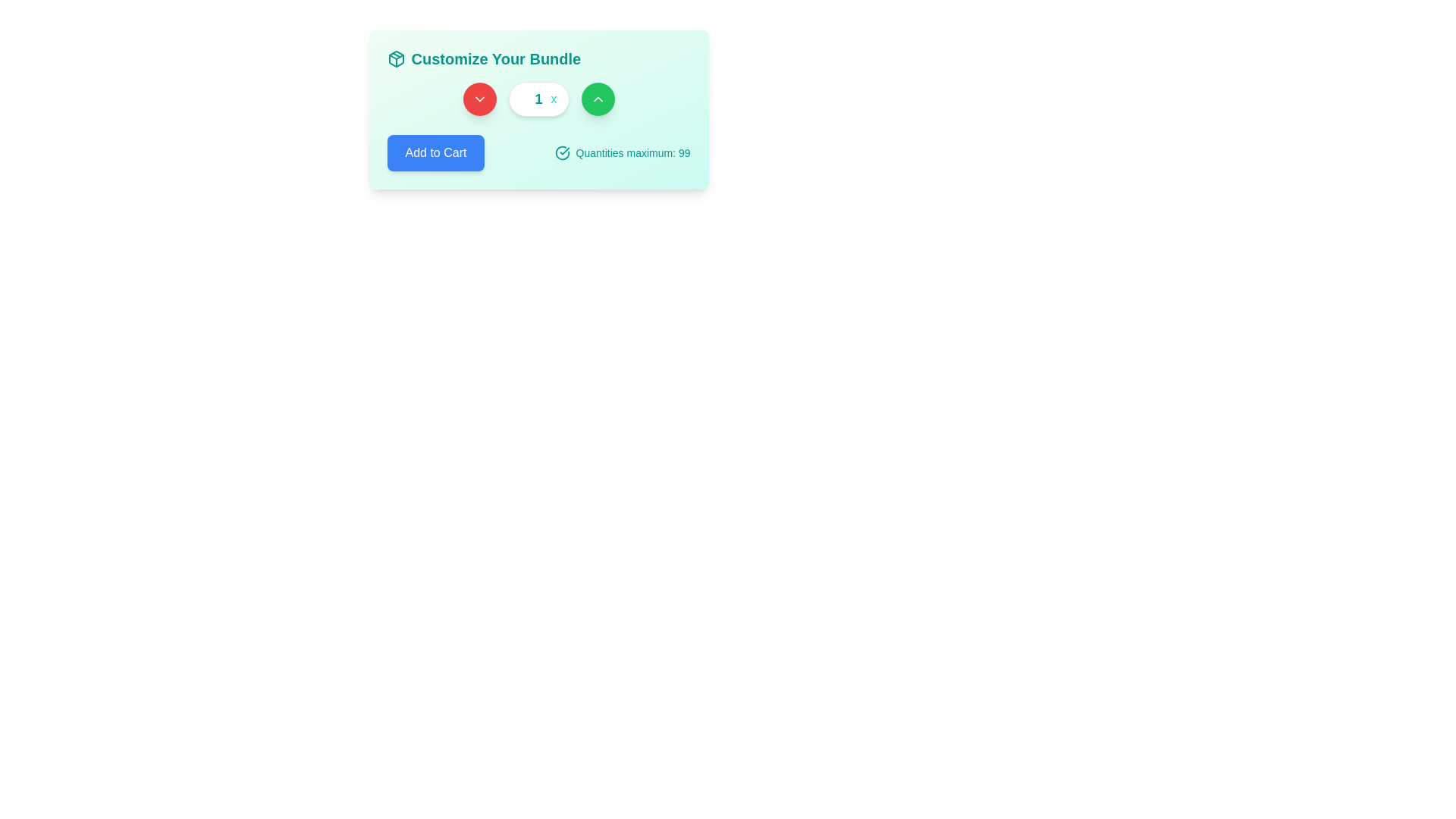 This screenshot has width=1456, height=819. I want to click on text label that informs users about the purpose of customizing a bundle, which is centrally aligned in the header area next to a package graphic icon, so click(496, 58).